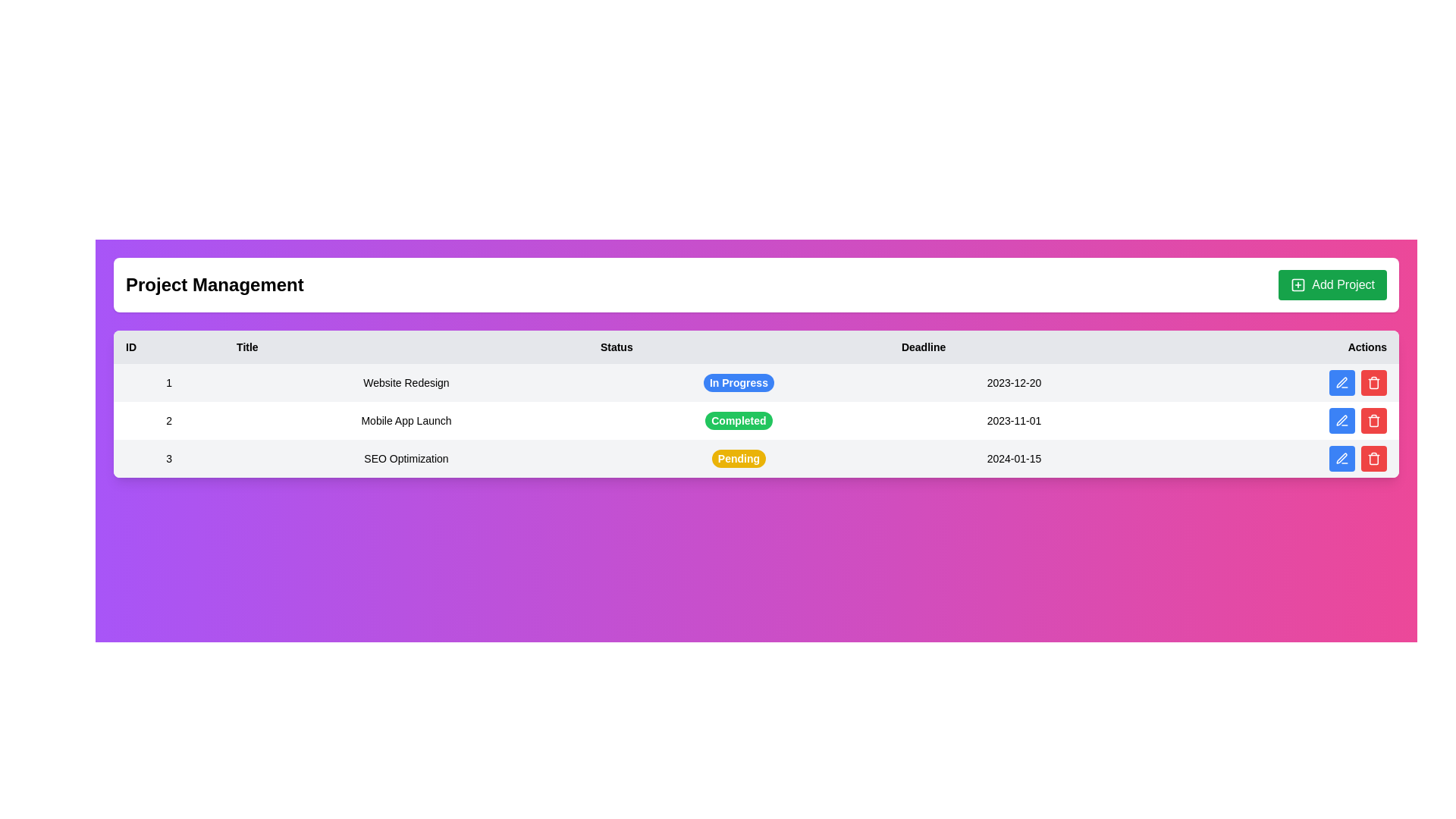 This screenshot has height=819, width=1456. What do you see at coordinates (1332, 284) in the screenshot?
I see `the 'Add Project' button, which has a bright green background and white text, using keyboard navigation` at bounding box center [1332, 284].